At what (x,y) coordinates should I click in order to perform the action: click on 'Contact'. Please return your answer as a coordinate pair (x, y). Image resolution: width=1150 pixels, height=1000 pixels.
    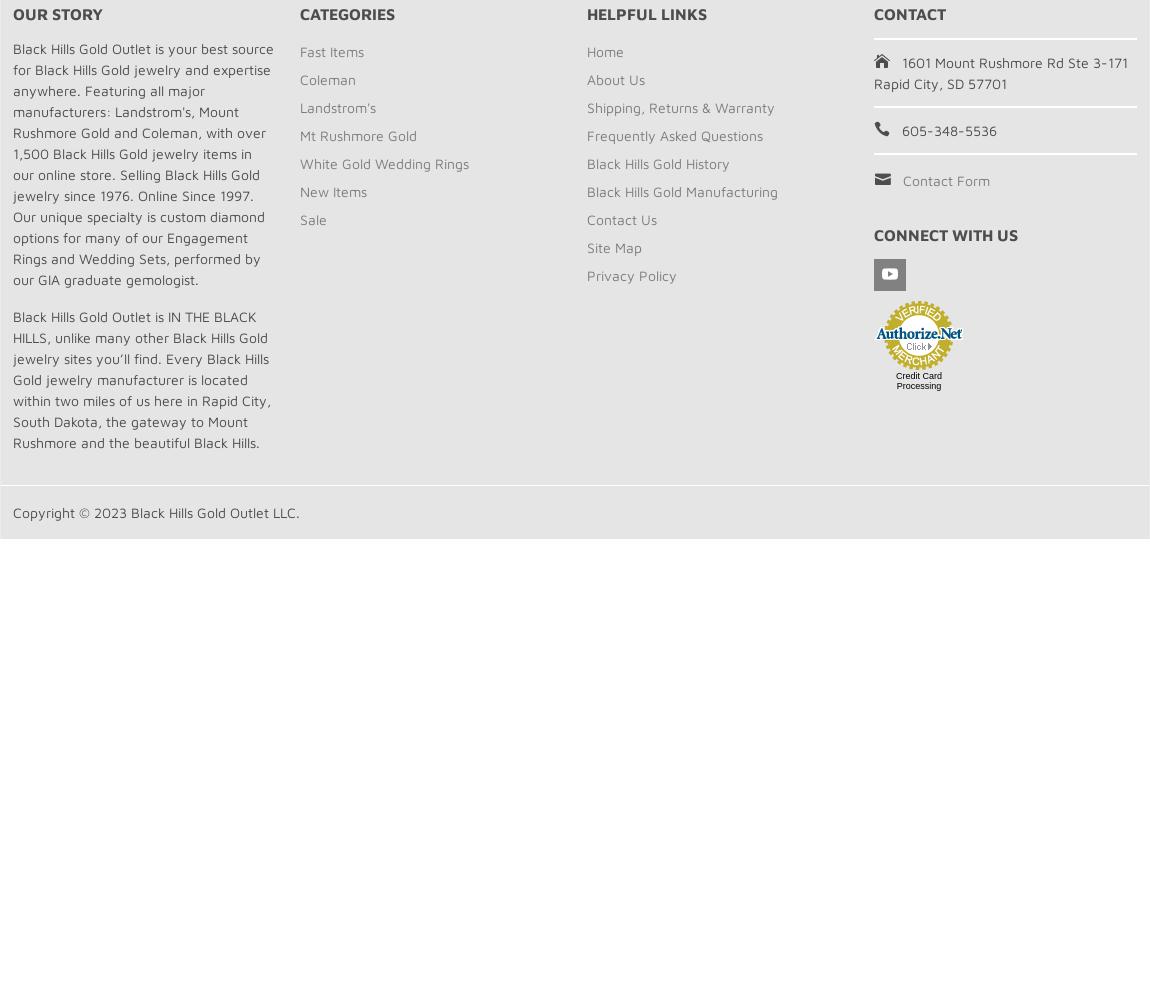
    Looking at the image, I should click on (874, 14).